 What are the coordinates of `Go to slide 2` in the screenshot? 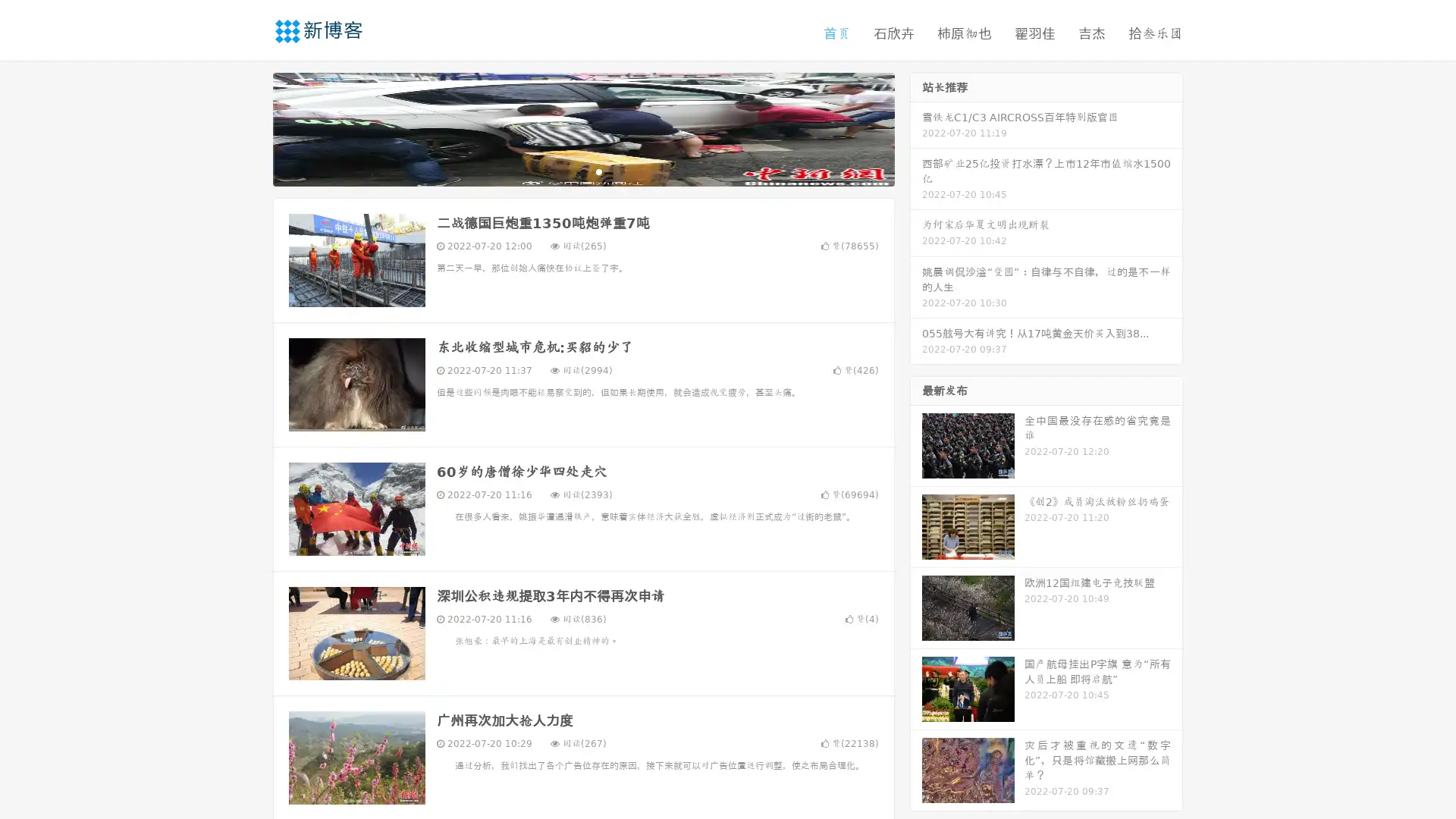 It's located at (582, 171).